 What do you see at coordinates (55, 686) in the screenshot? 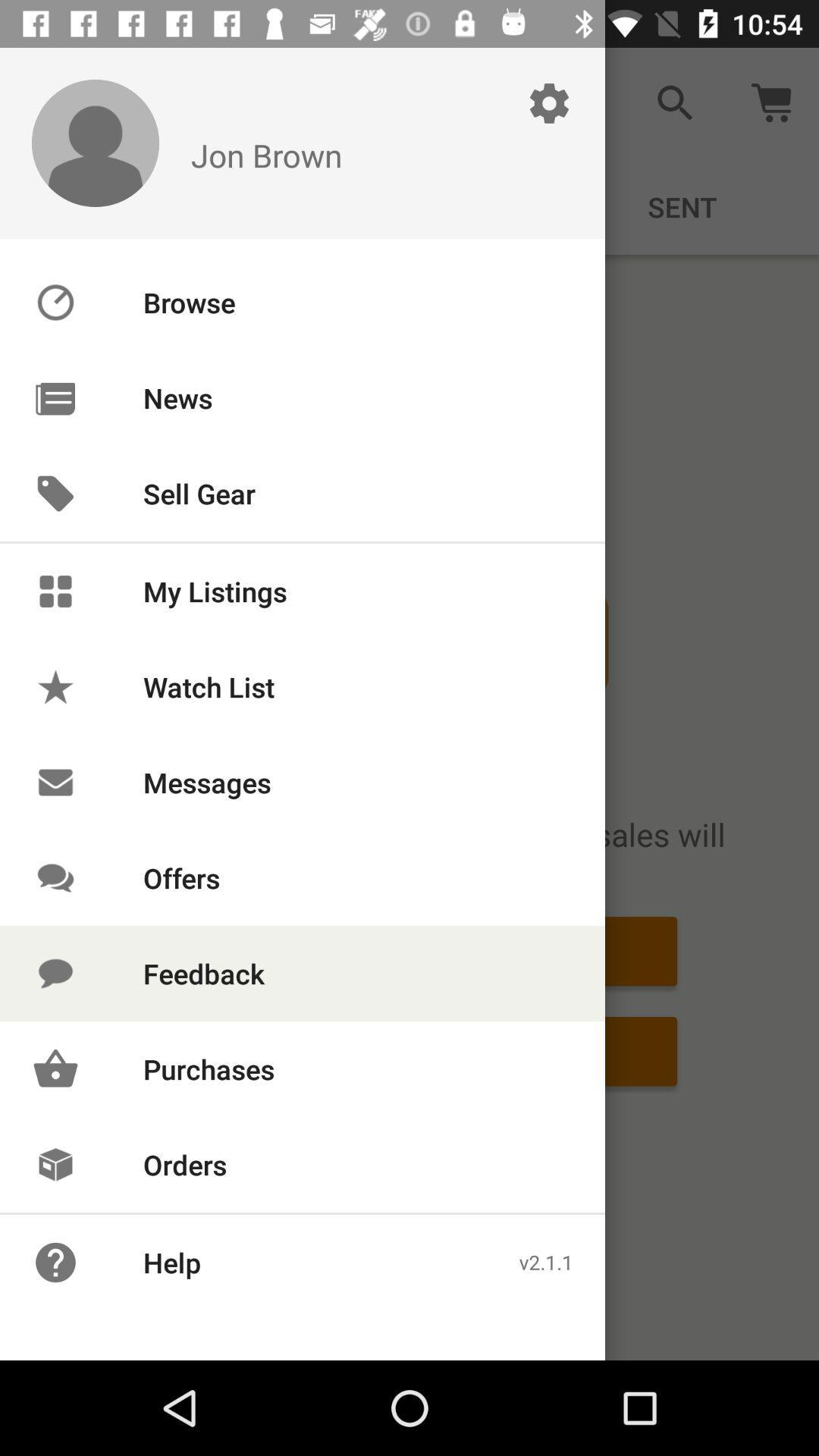
I see `the star icon` at bounding box center [55, 686].